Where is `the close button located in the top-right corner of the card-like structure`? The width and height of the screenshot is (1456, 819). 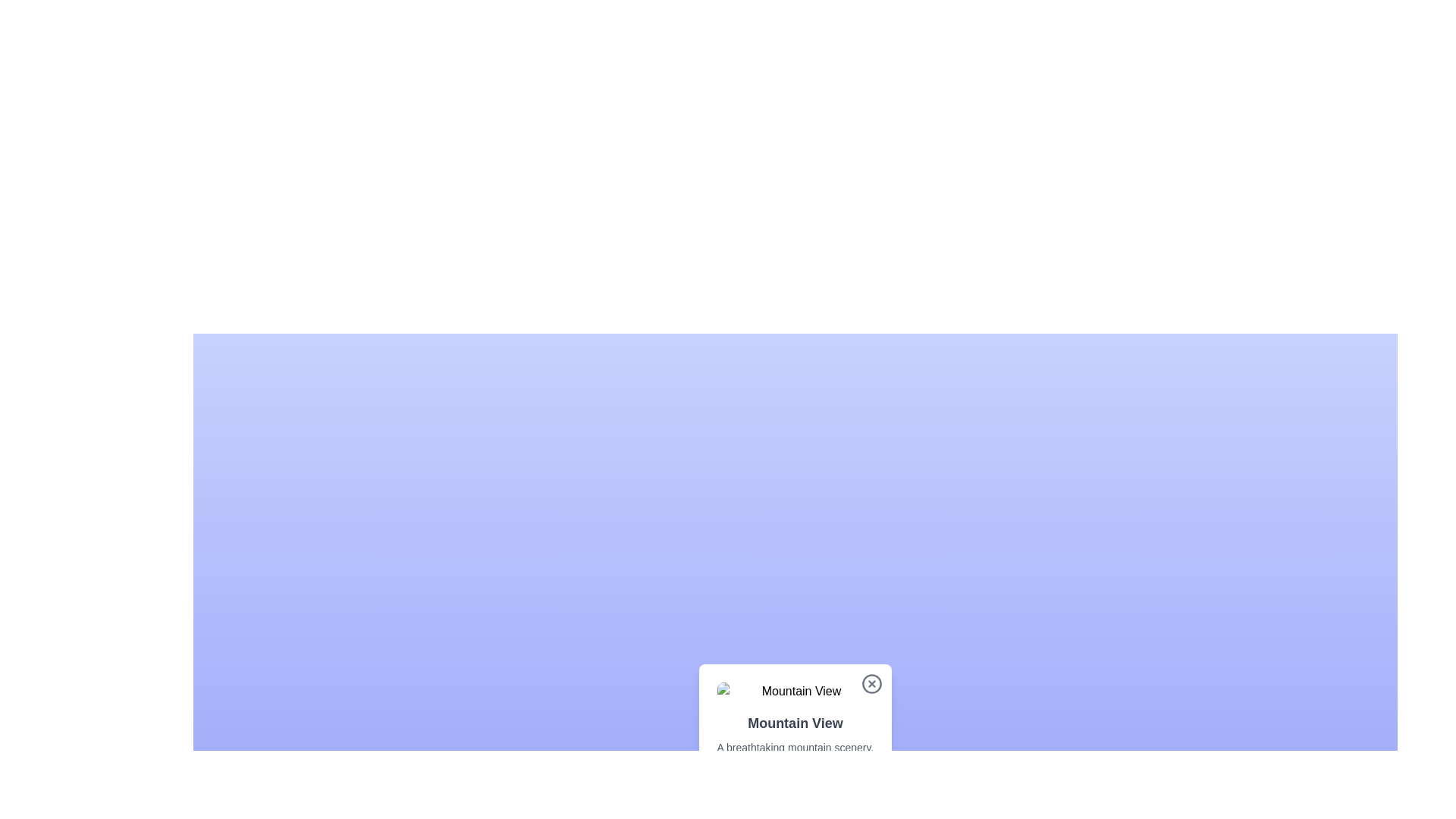
the close button located in the top-right corner of the card-like structure is located at coordinates (872, 684).